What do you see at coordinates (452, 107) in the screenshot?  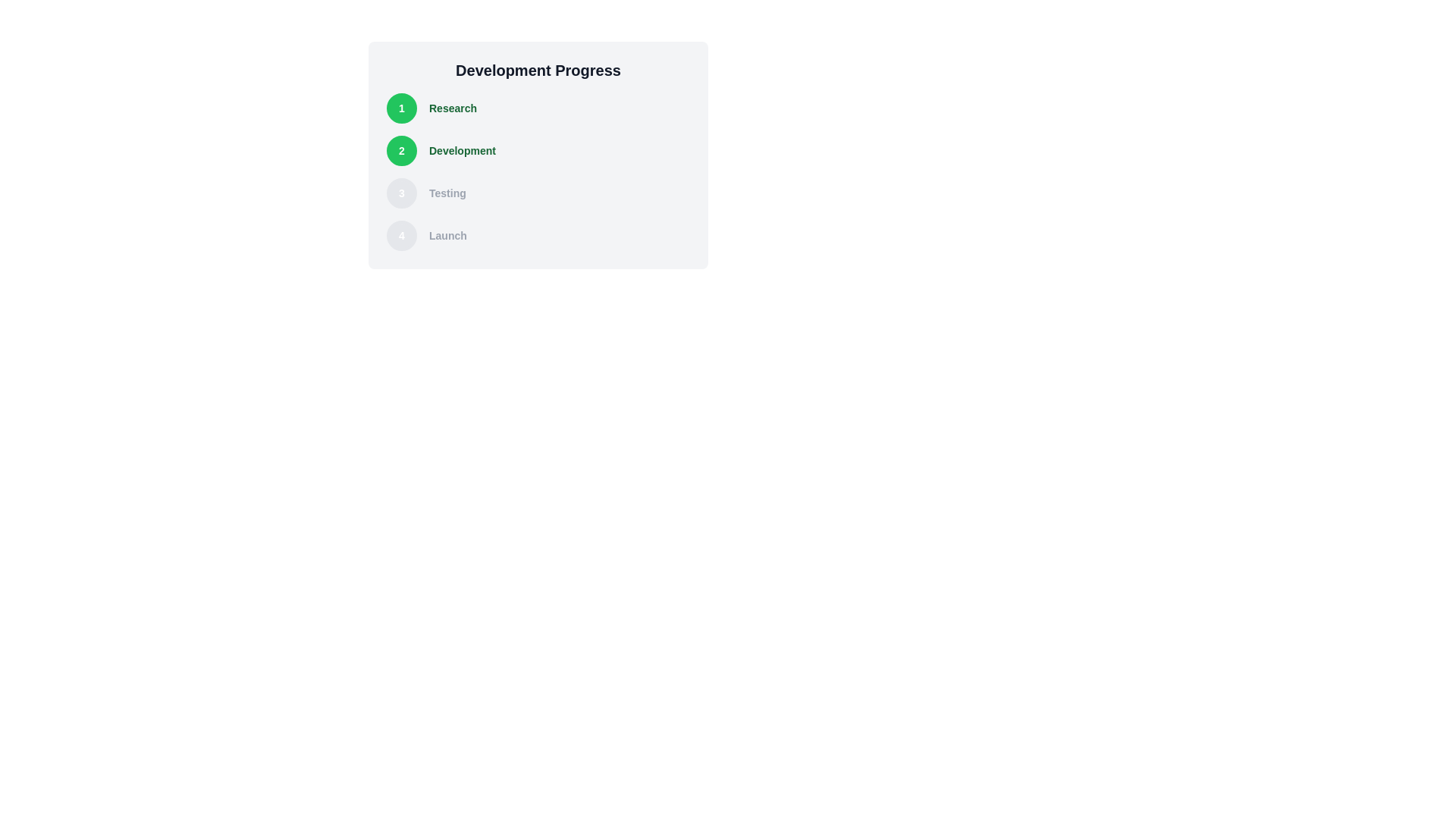 I see `the 'Research' text label, which indicates the first step of a progress tracking sequence, positioned next to the green circular icon labeled '1'` at bounding box center [452, 107].